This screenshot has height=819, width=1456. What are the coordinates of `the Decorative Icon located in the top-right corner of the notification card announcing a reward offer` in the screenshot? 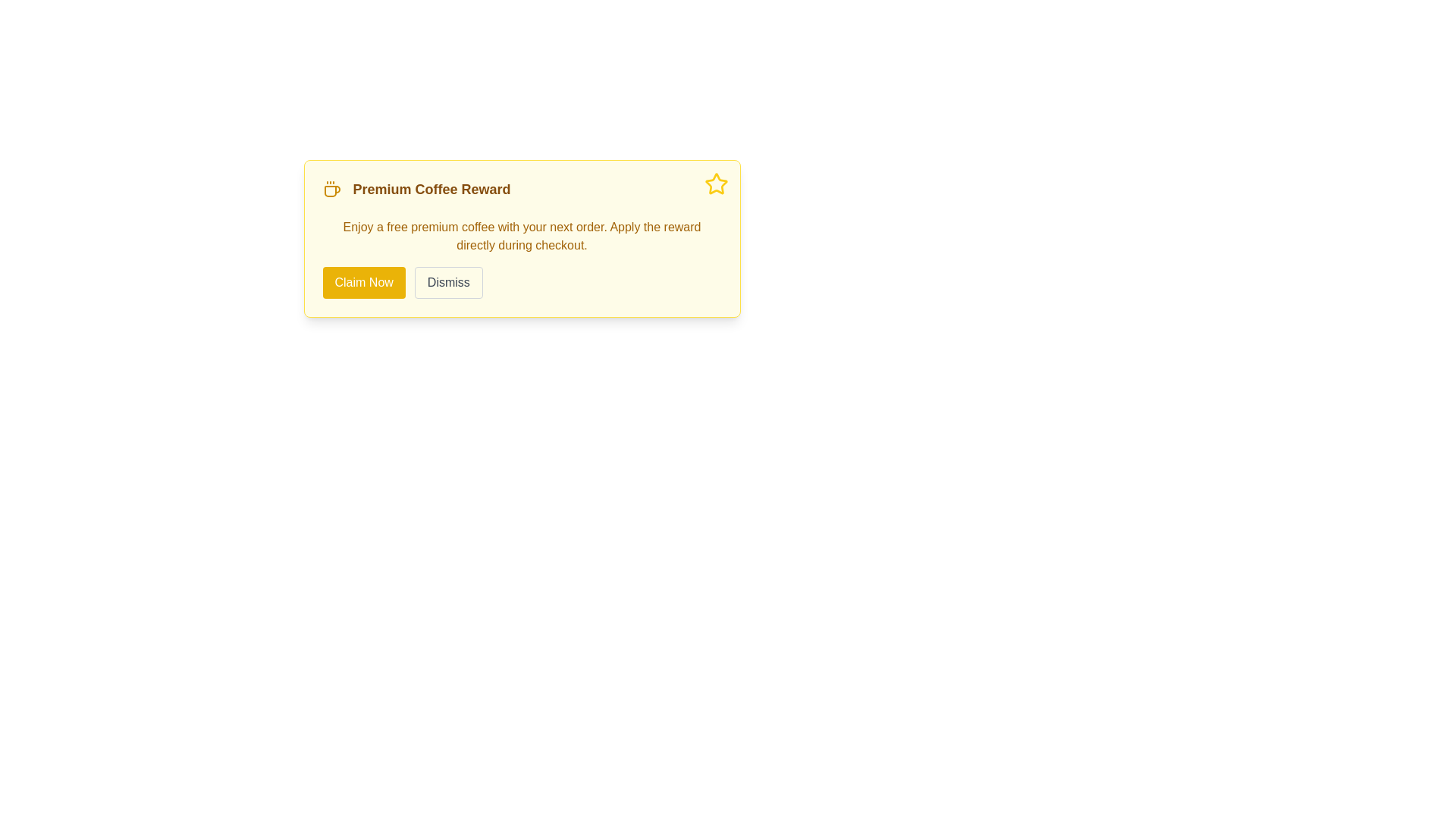 It's located at (715, 184).